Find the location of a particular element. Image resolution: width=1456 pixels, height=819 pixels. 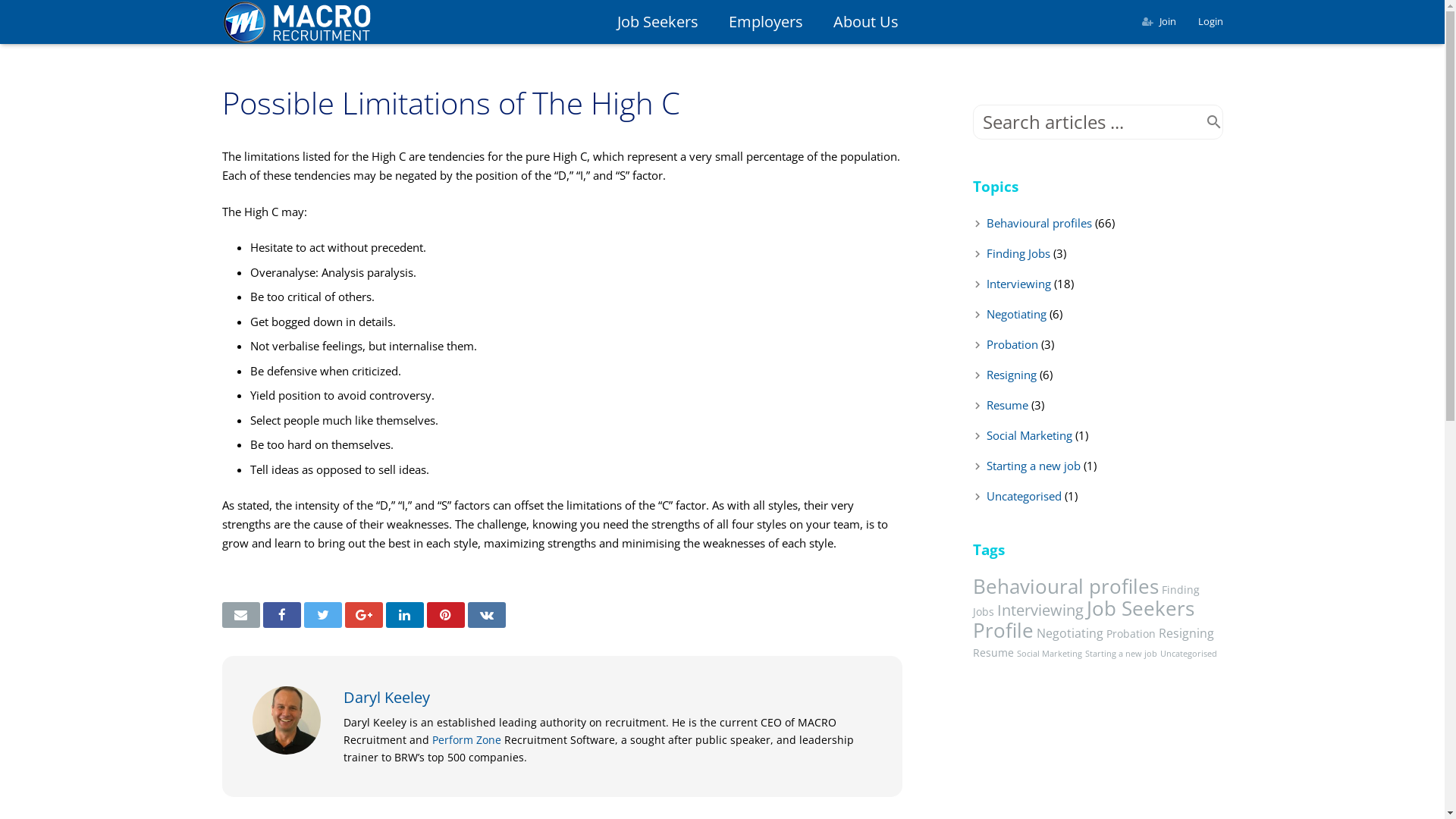

'Interviewing' is located at coordinates (1039, 608).